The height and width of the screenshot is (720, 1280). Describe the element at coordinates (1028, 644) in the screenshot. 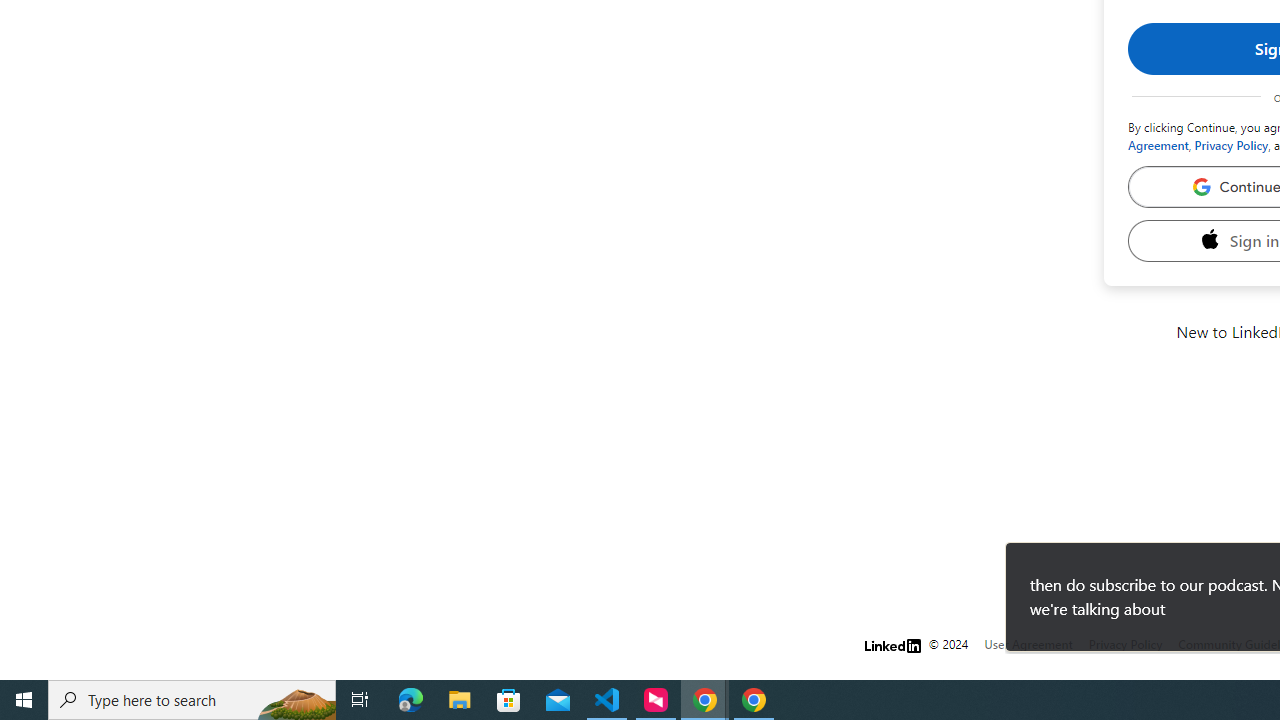

I see `'User Agreement'` at that location.